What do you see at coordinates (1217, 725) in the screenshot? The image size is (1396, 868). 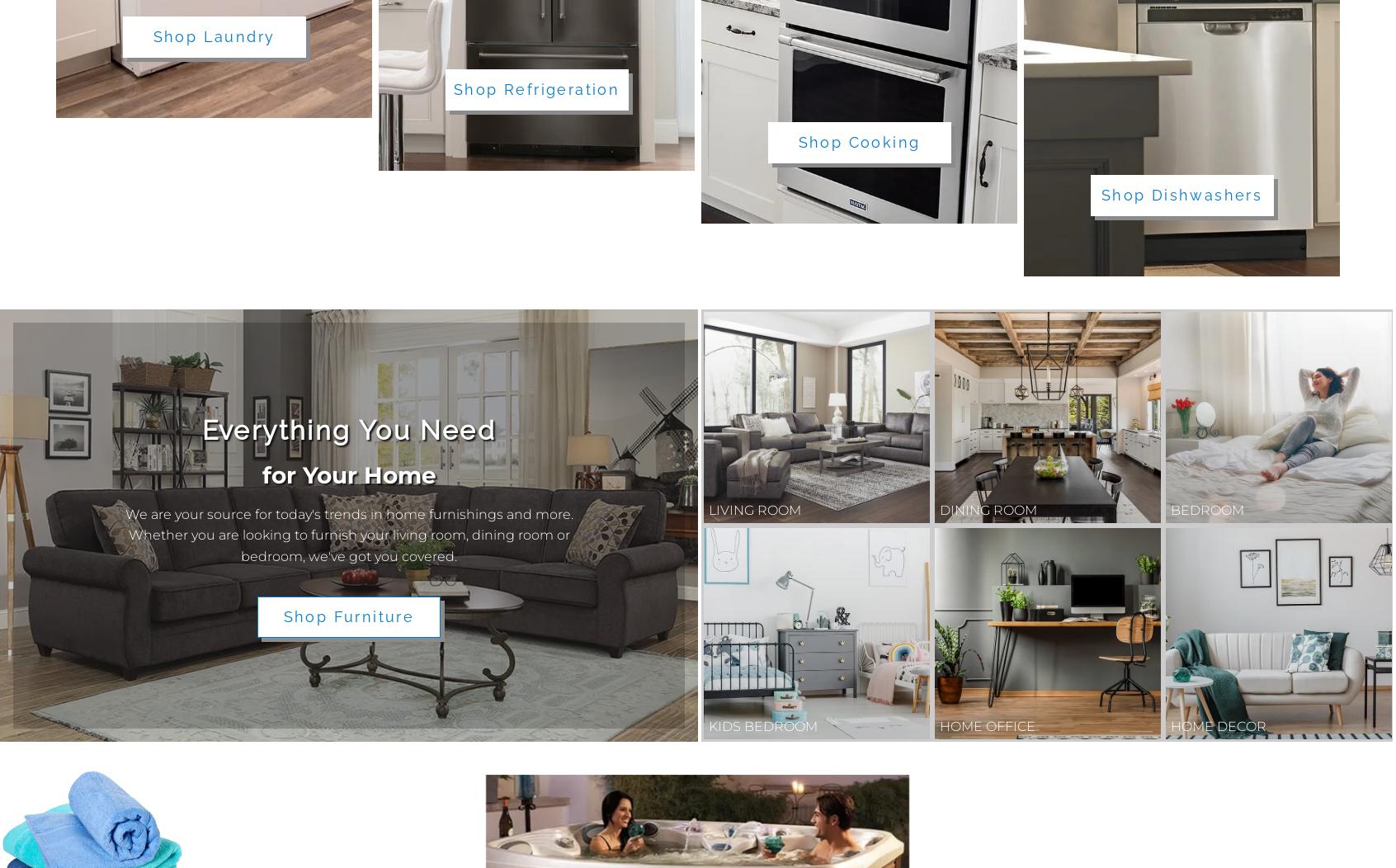 I see `'Home Decor'` at bounding box center [1217, 725].